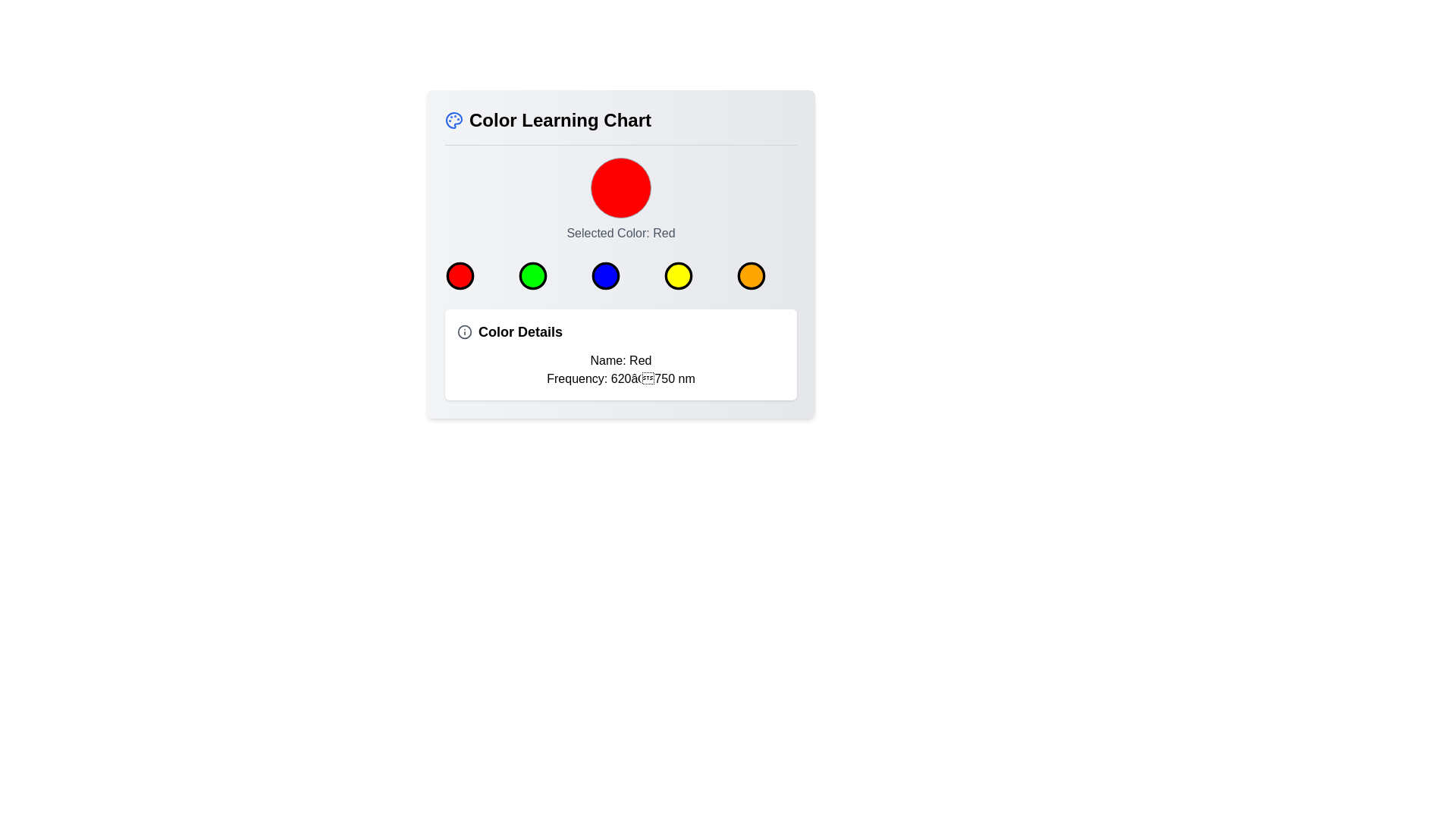 This screenshot has width=1456, height=819. Describe the element at coordinates (621, 378) in the screenshot. I see `the descriptive text label that indicates the frequency range (620–750 nm) of the selected color, which is red, located in the 'Color Details' section below 'Name: Red'` at that location.